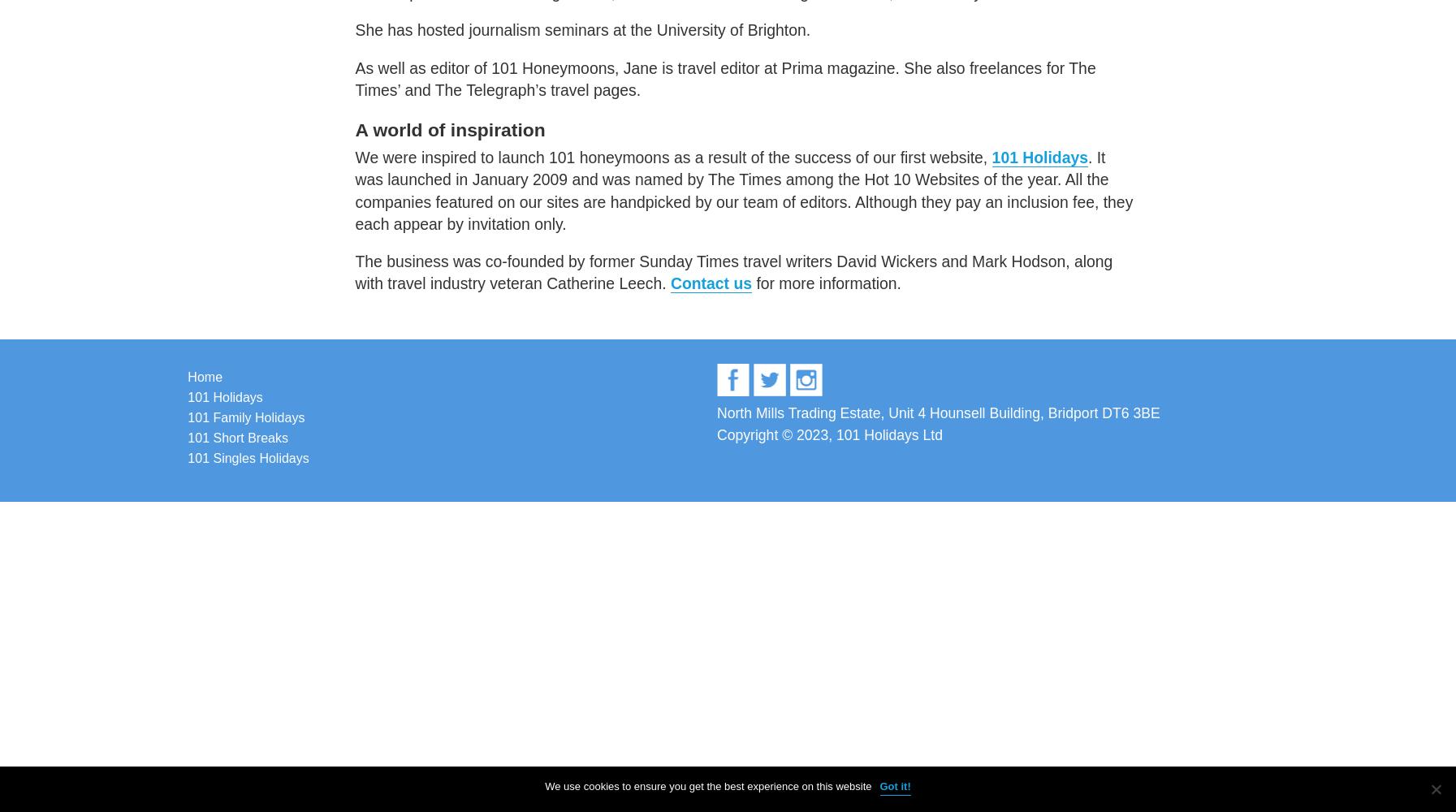  Describe the element at coordinates (706, 785) in the screenshot. I see `'We use cookies to ensure you get the best experience on this website'` at that location.